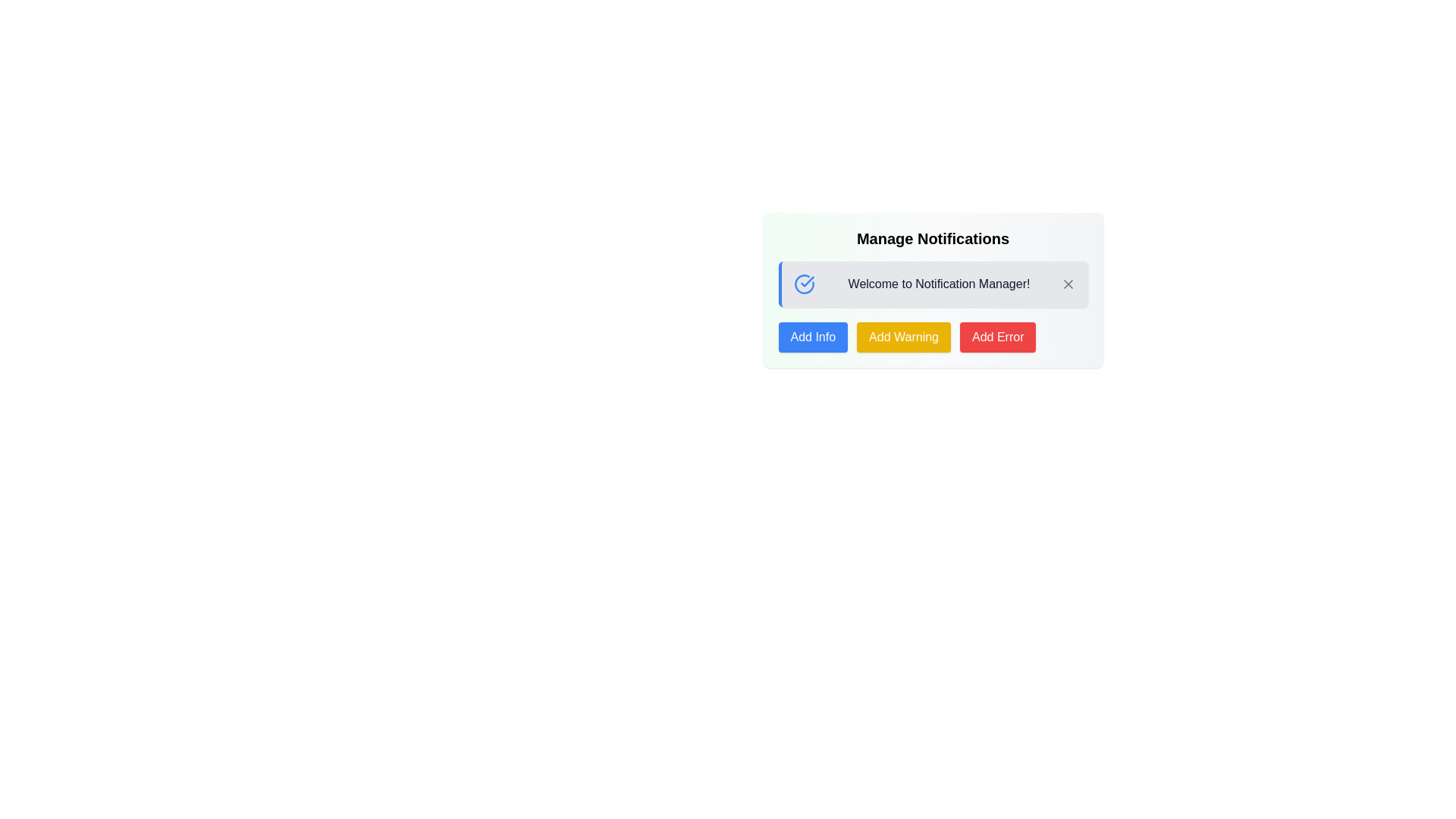  I want to click on the 'Add Error' button with a red background and white text to observe the hover effect, so click(998, 336).